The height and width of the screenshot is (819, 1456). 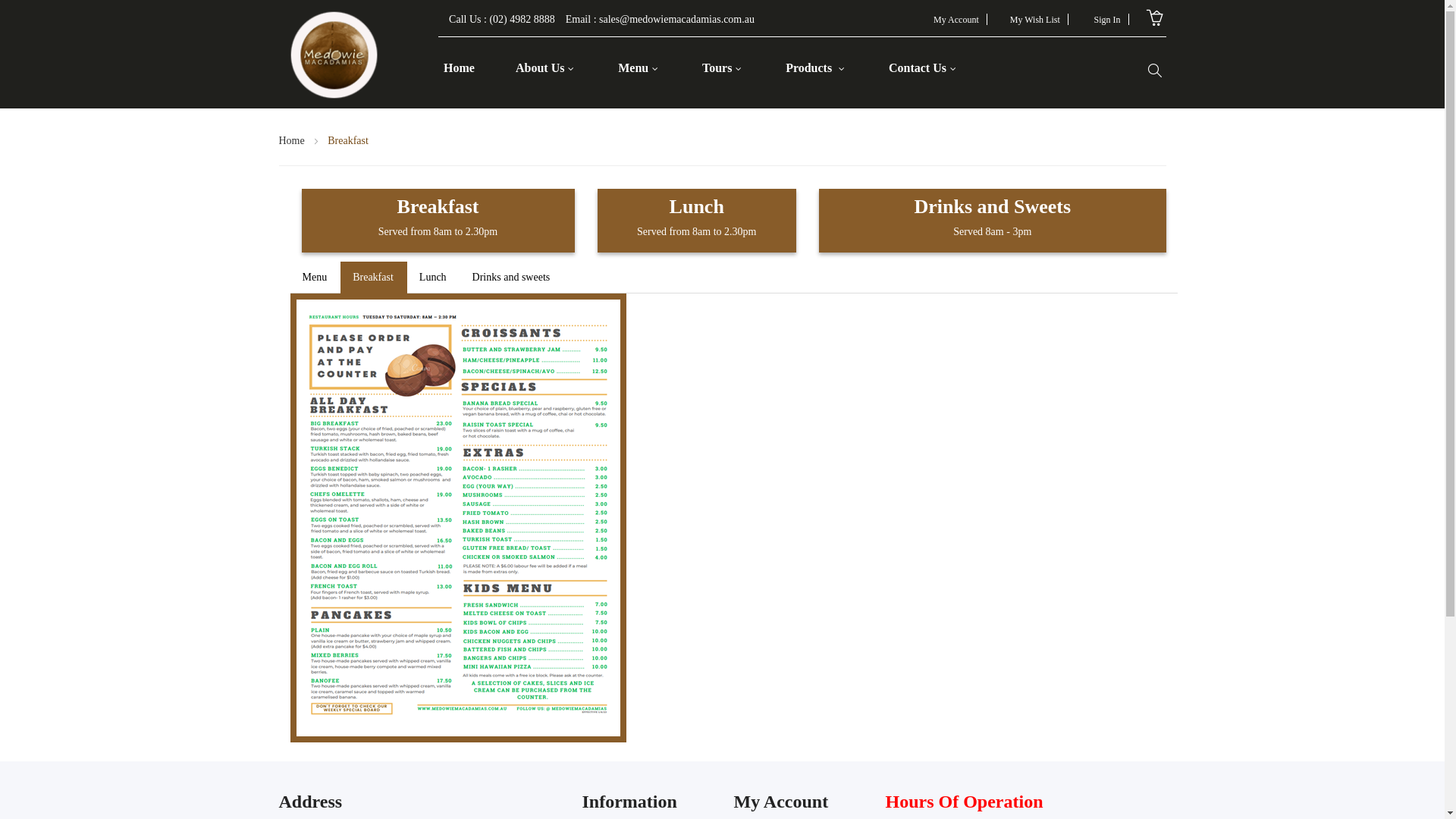 What do you see at coordinates (290, 278) in the screenshot?
I see `'Menu'` at bounding box center [290, 278].